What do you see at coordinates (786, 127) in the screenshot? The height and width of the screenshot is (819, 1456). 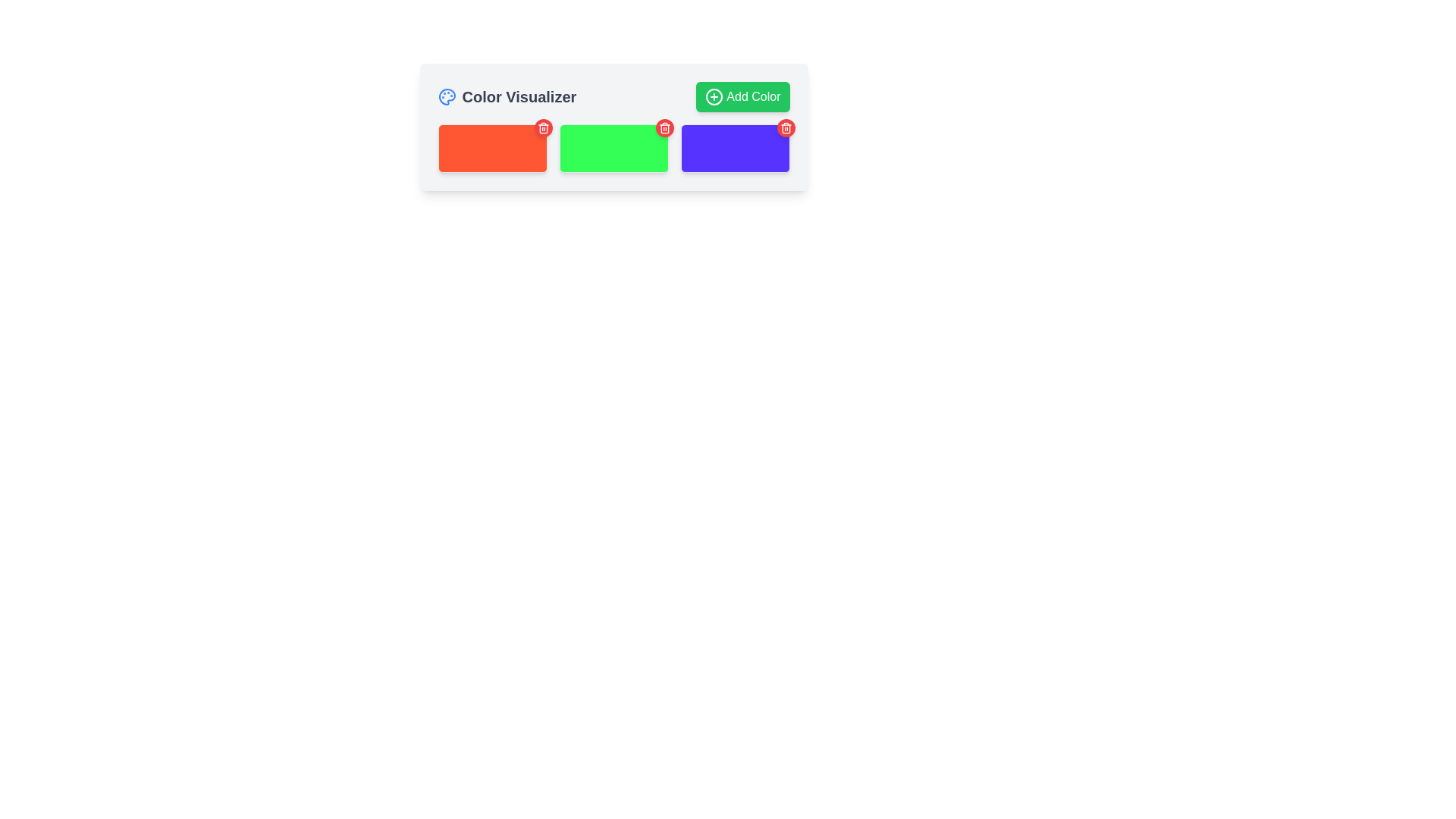 I see `the third delete button, which is a circular red icon with a white trash can symbol located at the top right of the blue rectangular card` at bounding box center [786, 127].